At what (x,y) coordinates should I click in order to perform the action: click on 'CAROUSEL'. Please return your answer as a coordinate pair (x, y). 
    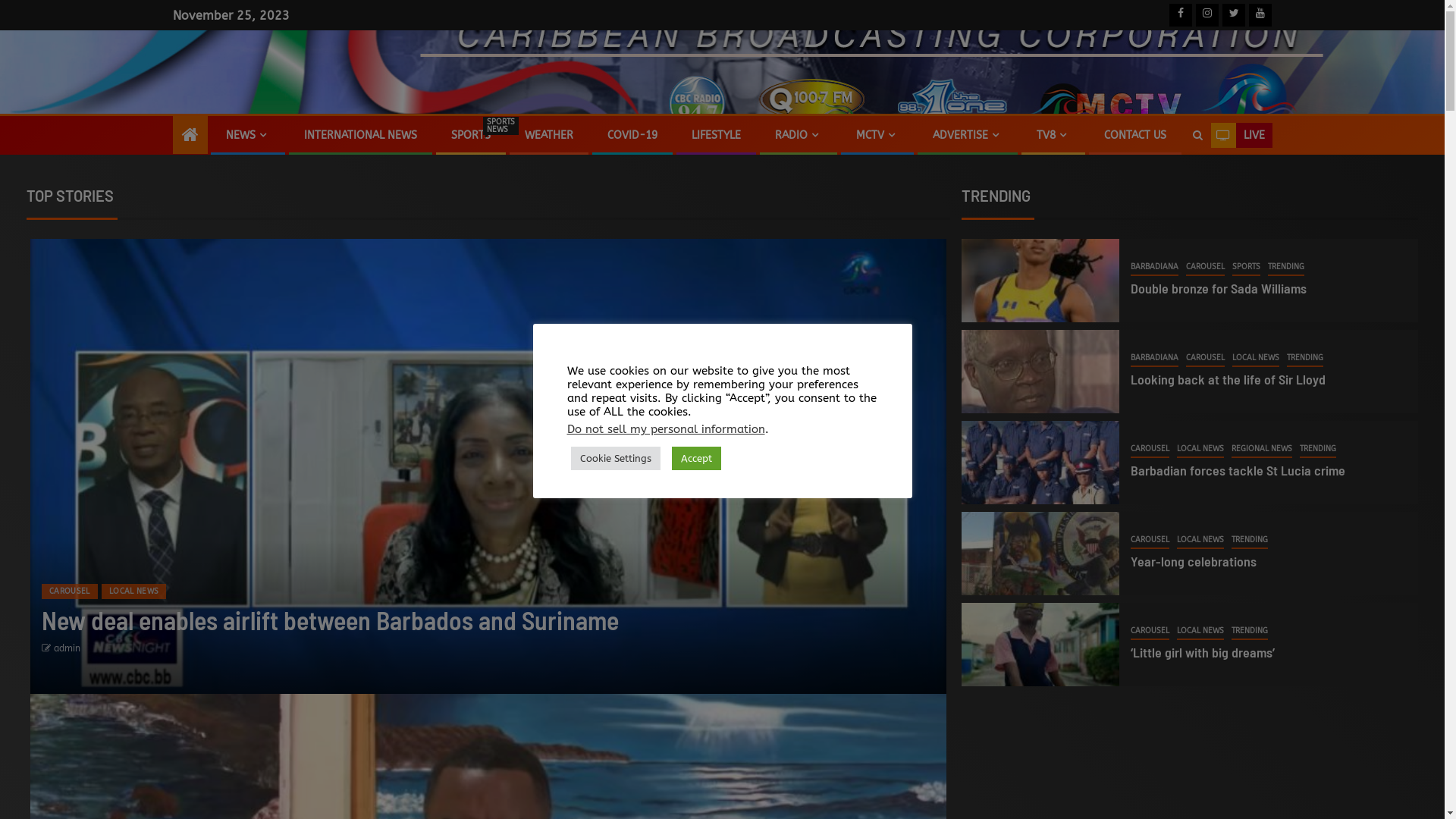
    Looking at the image, I should click on (1204, 359).